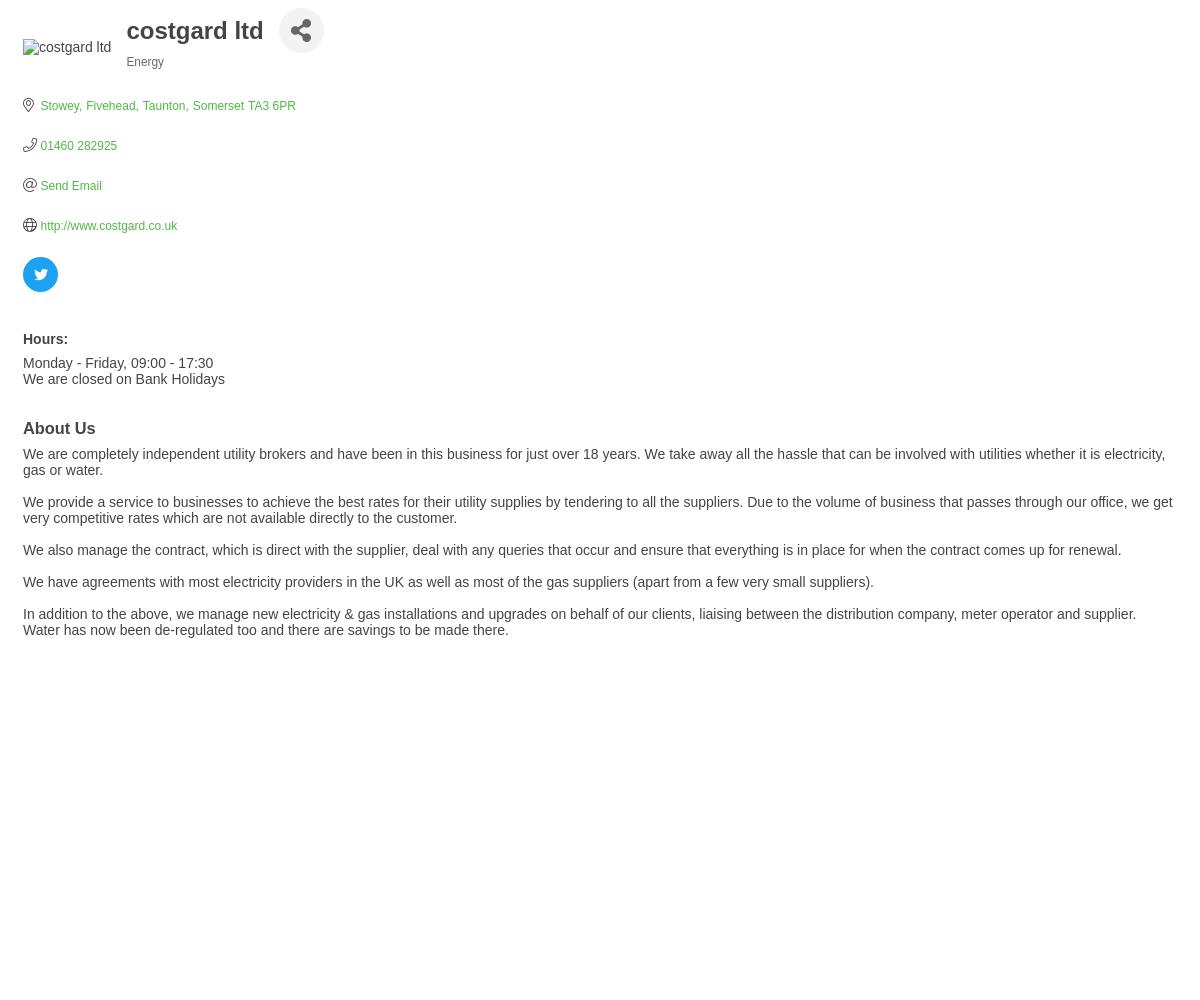 The height and width of the screenshot is (1000, 1200). I want to click on '01460 282925', so click(78, 146).